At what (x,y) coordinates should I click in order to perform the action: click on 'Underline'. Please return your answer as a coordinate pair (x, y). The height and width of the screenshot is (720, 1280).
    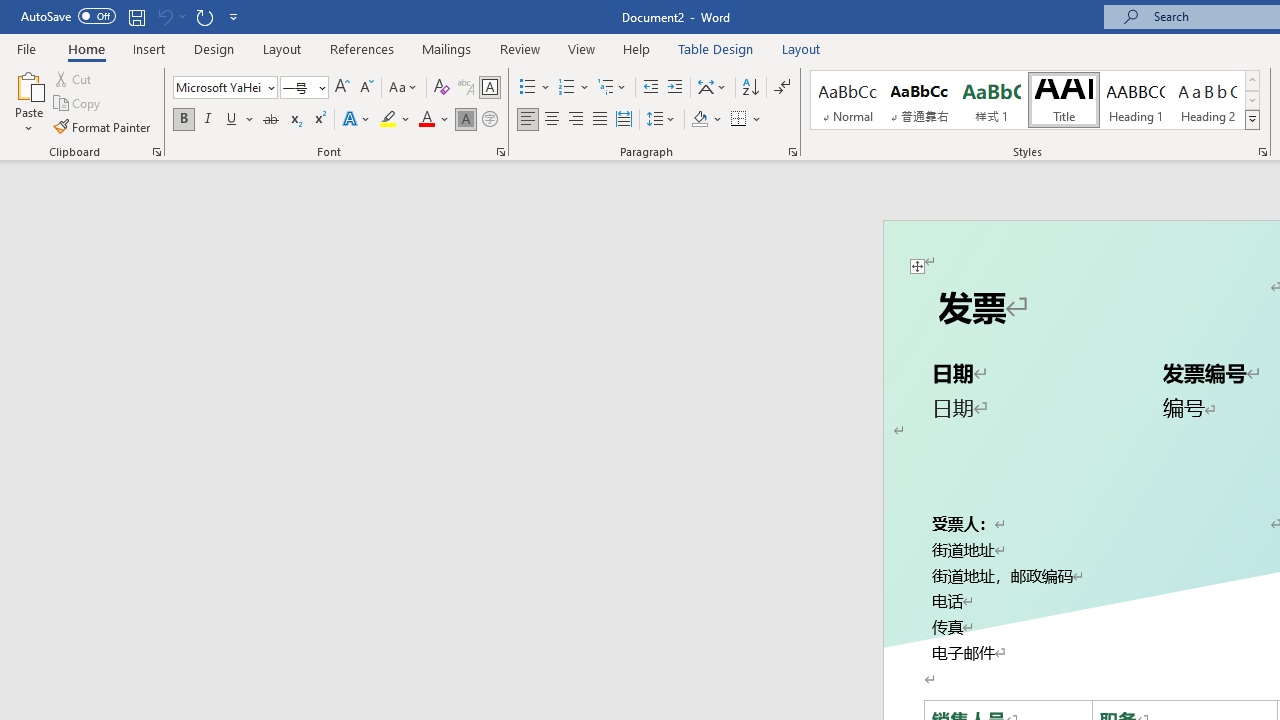
    Looking at the image, I should click on (232, 119).